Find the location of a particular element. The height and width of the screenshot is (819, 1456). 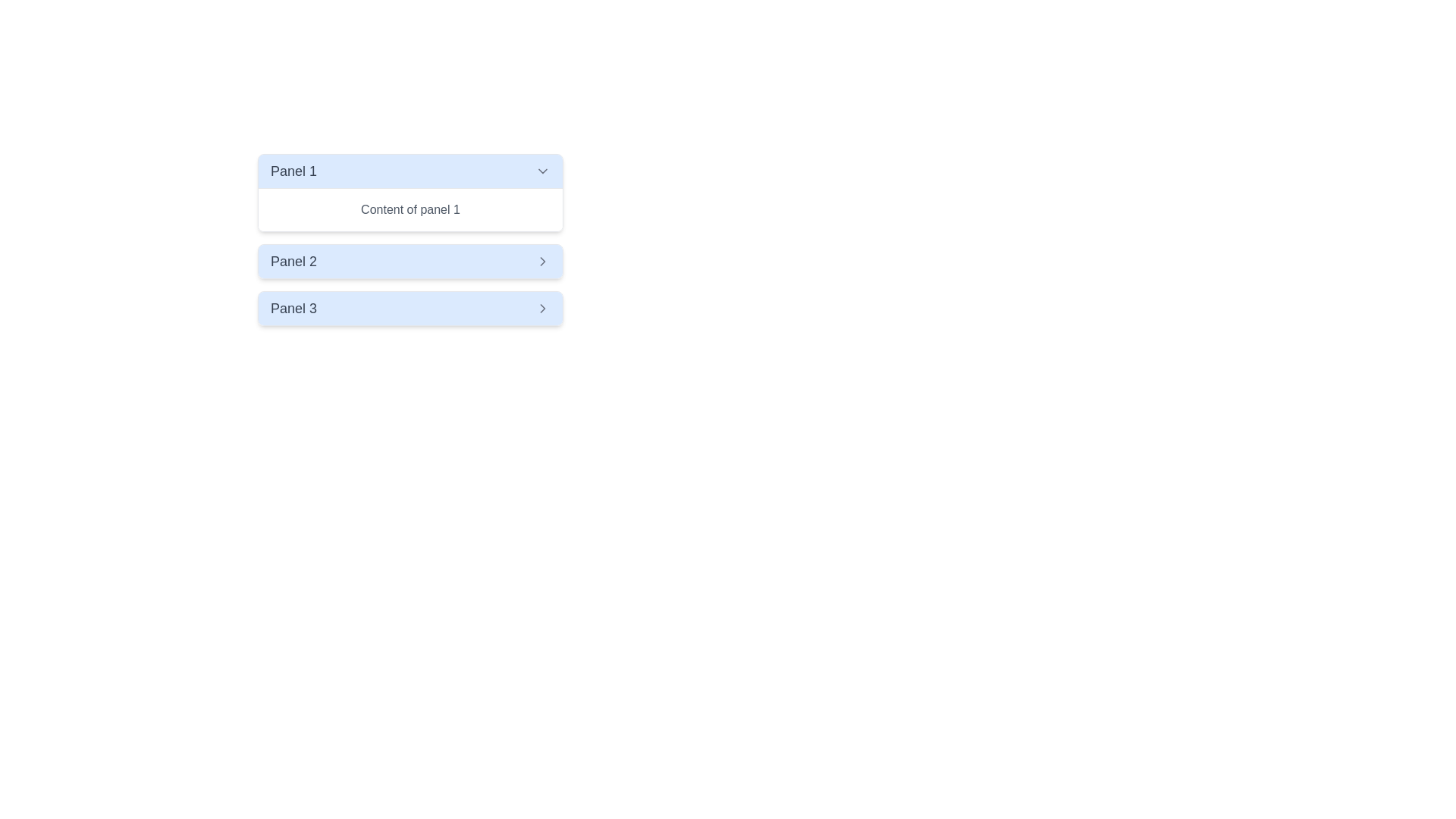

the chevron-shaped icon pointing to the right, which is located adjacent to the text 'Panel 3' is located at coordinates (542, 308).